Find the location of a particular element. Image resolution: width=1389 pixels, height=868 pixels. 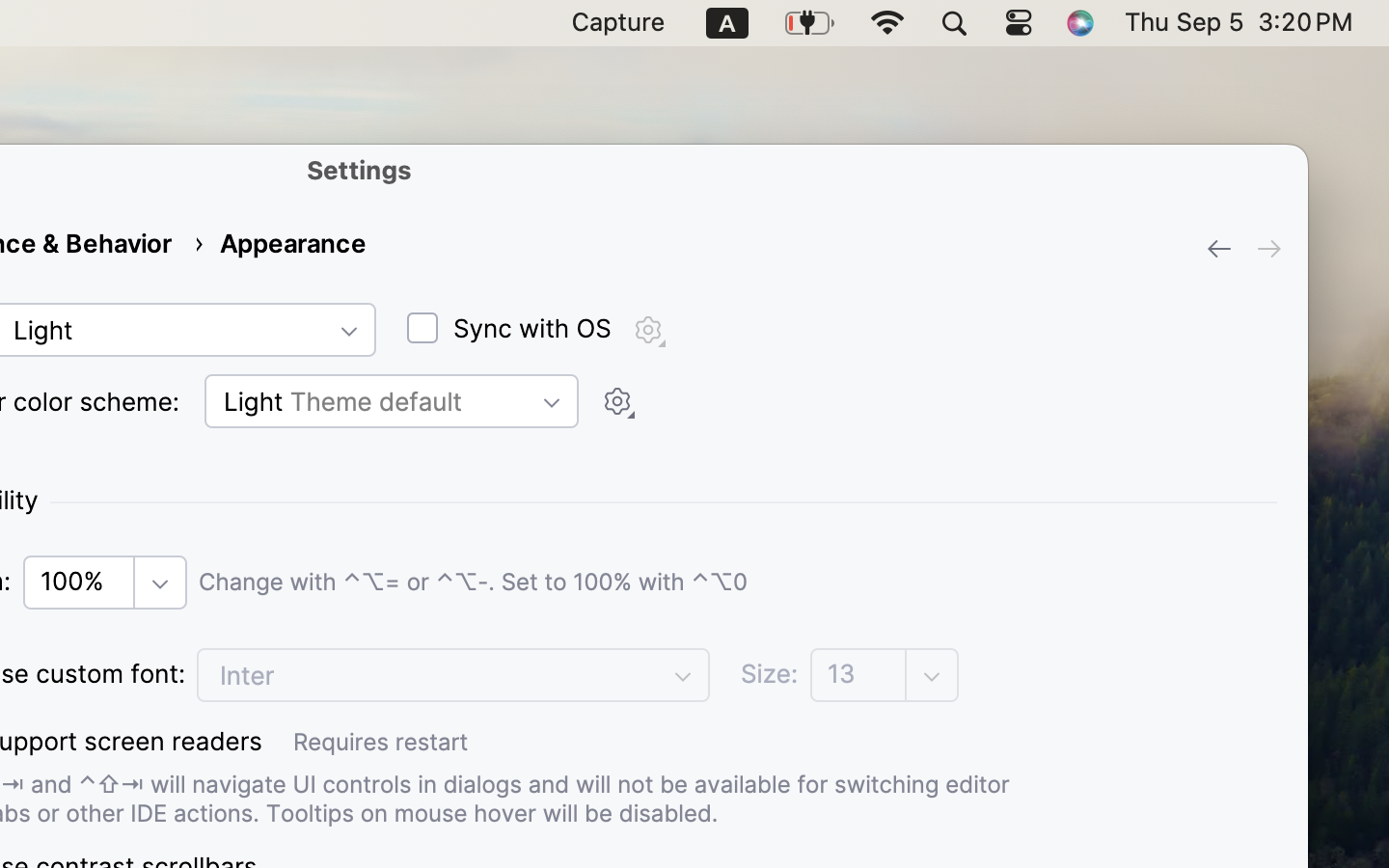

'Light Theme default' is located at coordinates (390, 400).